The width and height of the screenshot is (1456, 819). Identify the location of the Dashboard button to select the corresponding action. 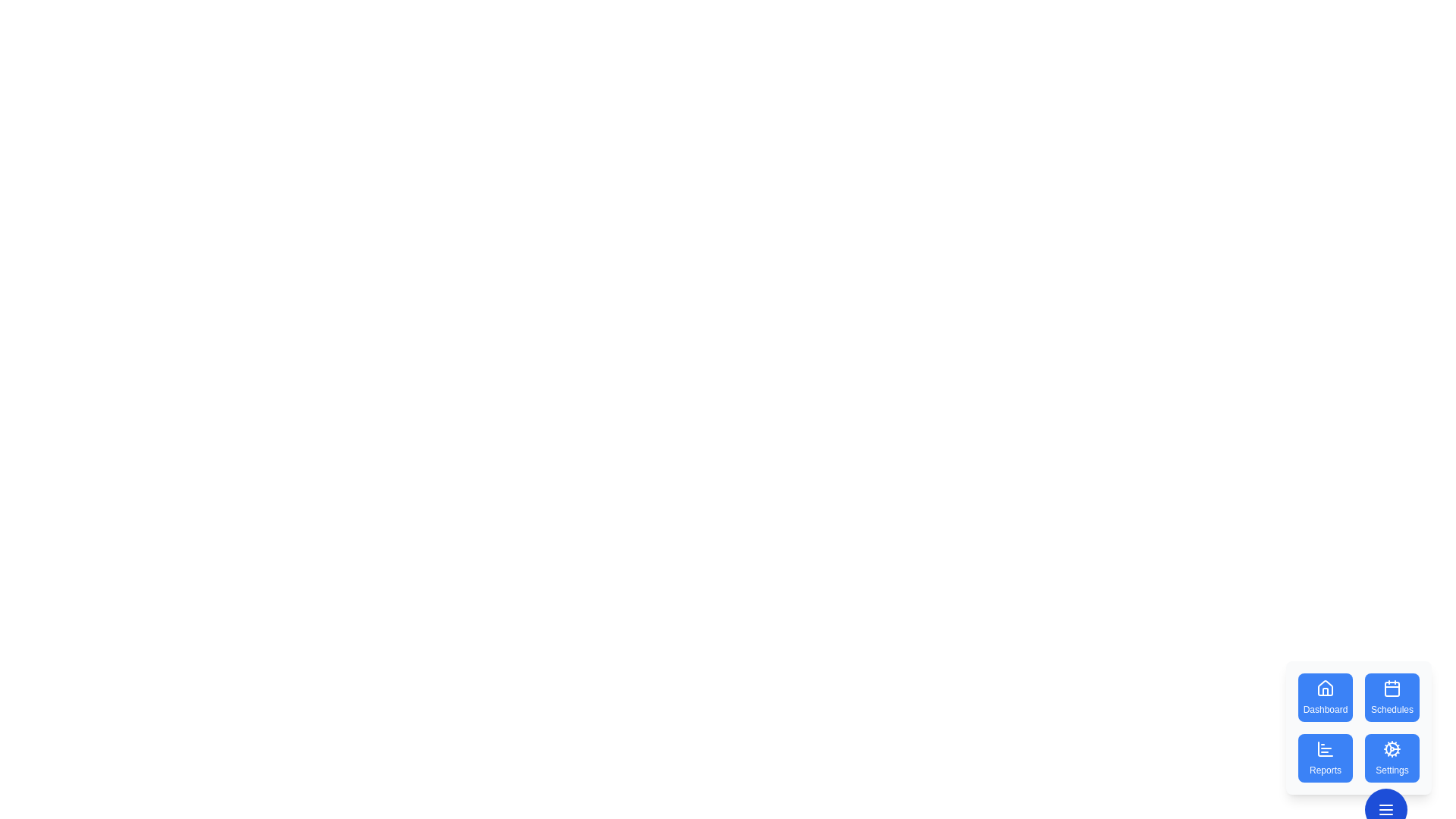
(1324, 698).